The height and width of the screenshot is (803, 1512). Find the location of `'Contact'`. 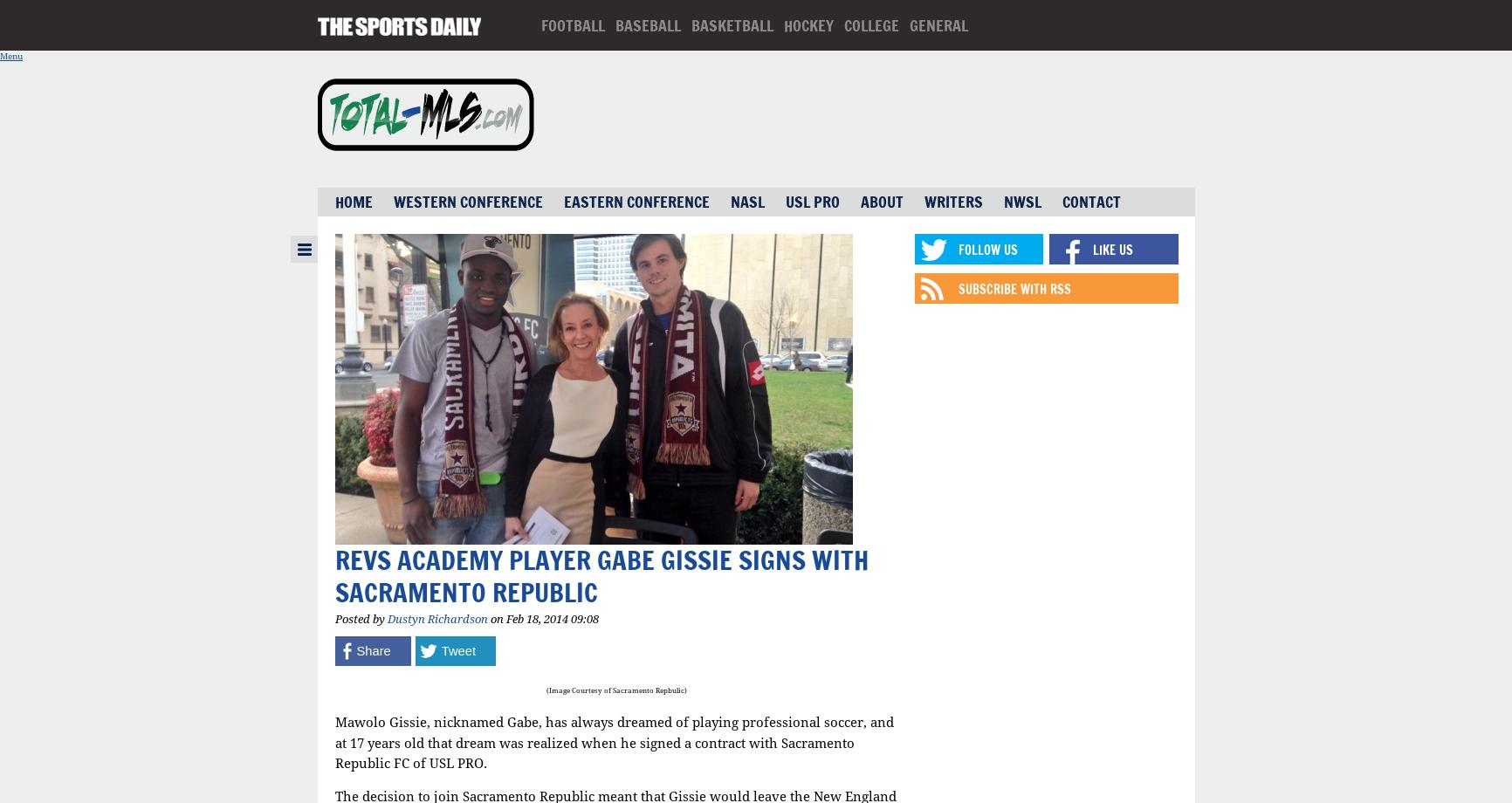

'Contact' is located at coordinates (1061, 202).